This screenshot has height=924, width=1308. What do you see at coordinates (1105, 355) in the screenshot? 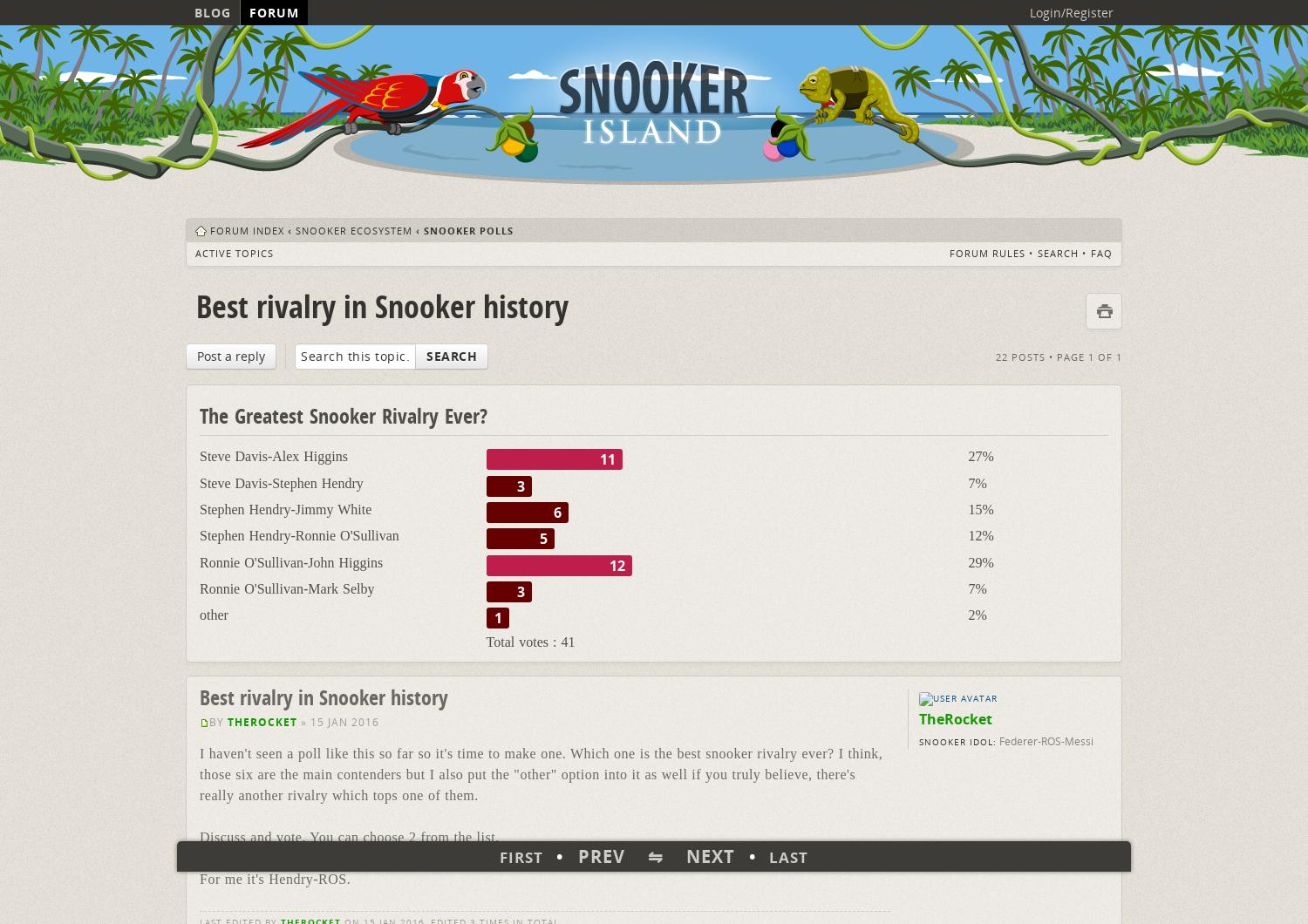
I see `'of'` at bounding box center [1105, 355].